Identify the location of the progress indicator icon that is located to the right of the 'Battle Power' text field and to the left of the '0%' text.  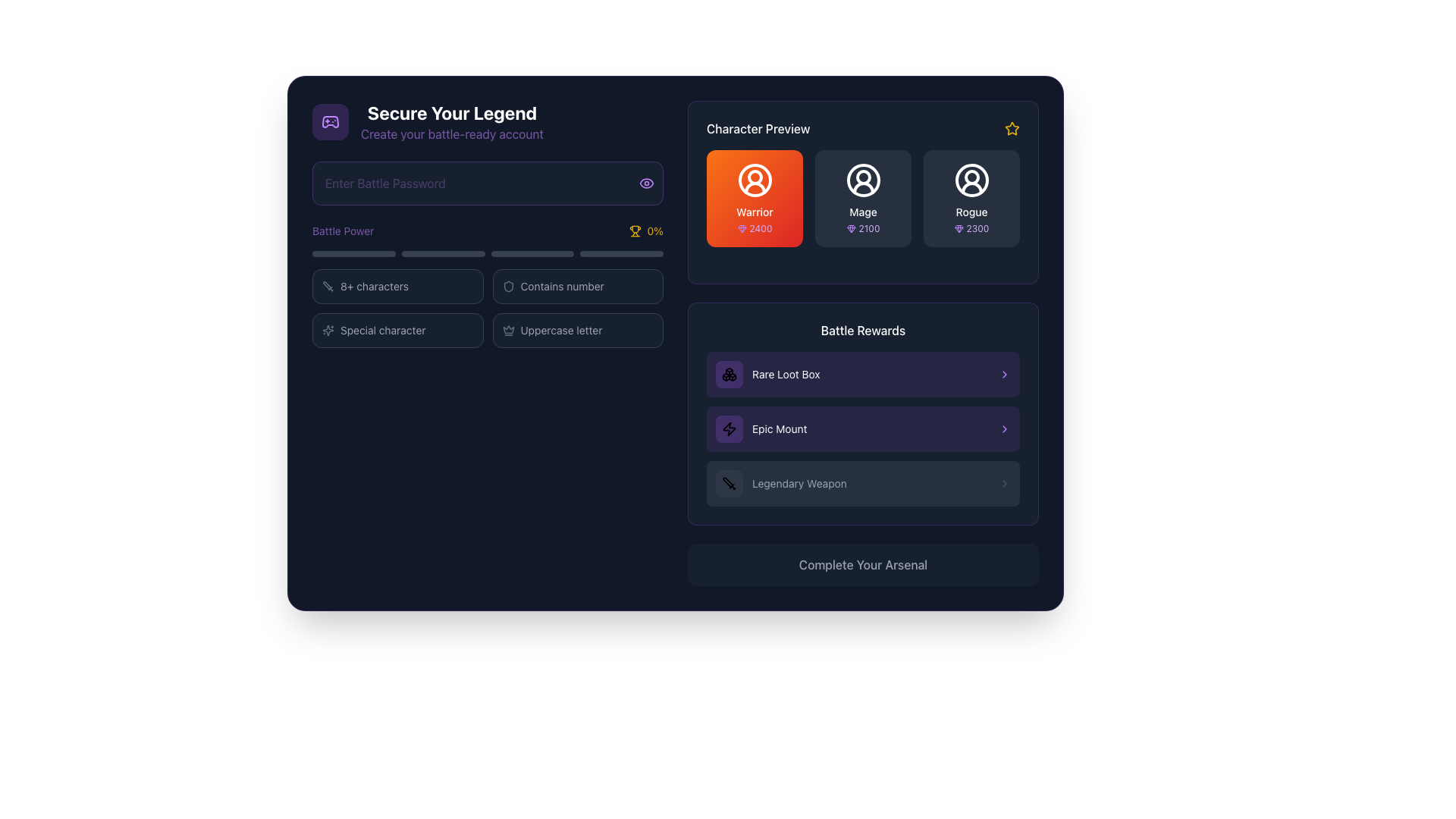
(635, 231).